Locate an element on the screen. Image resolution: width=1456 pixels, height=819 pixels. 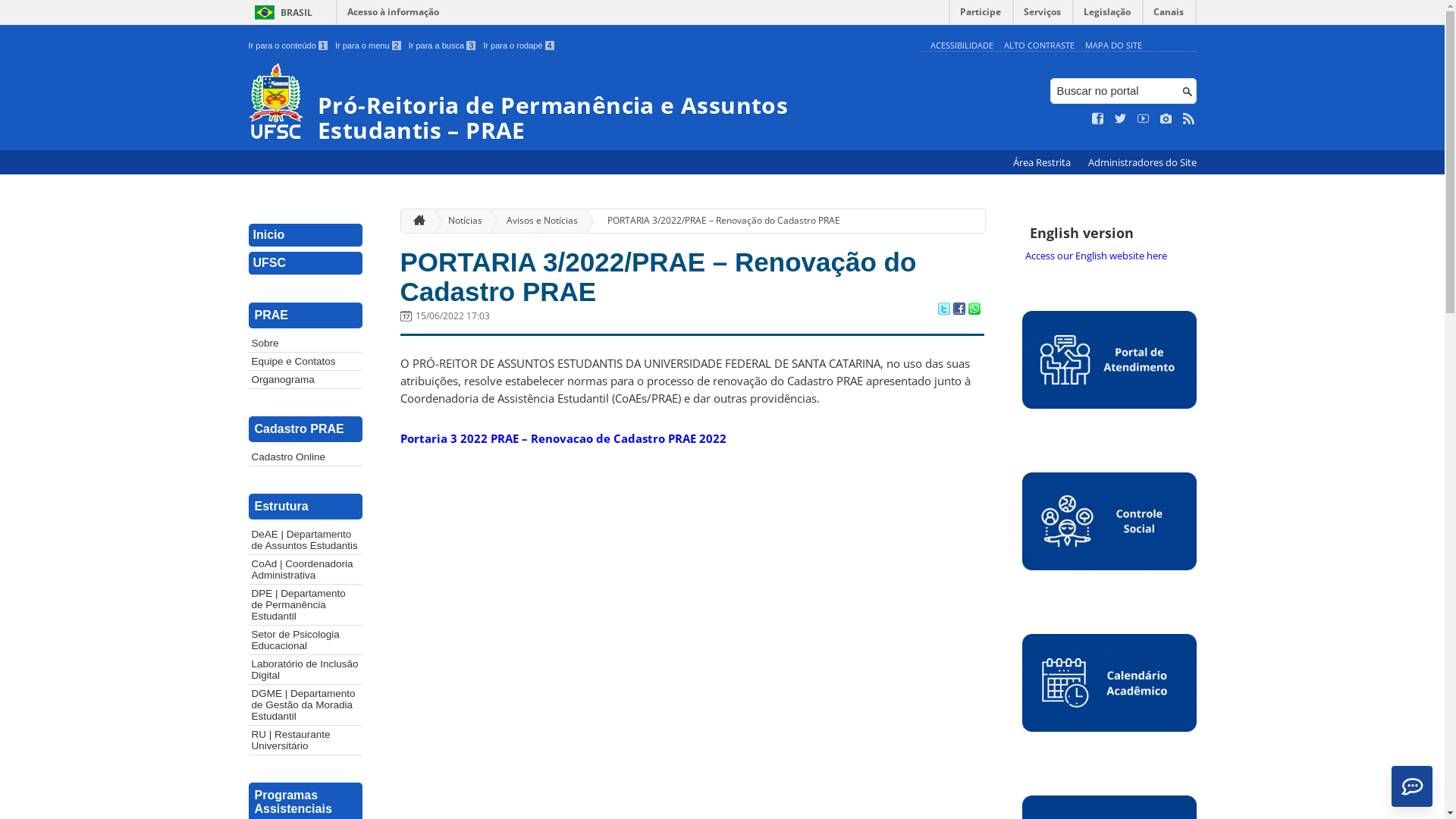
'Ir para a busca 3' is located at coordinates (441, 45).